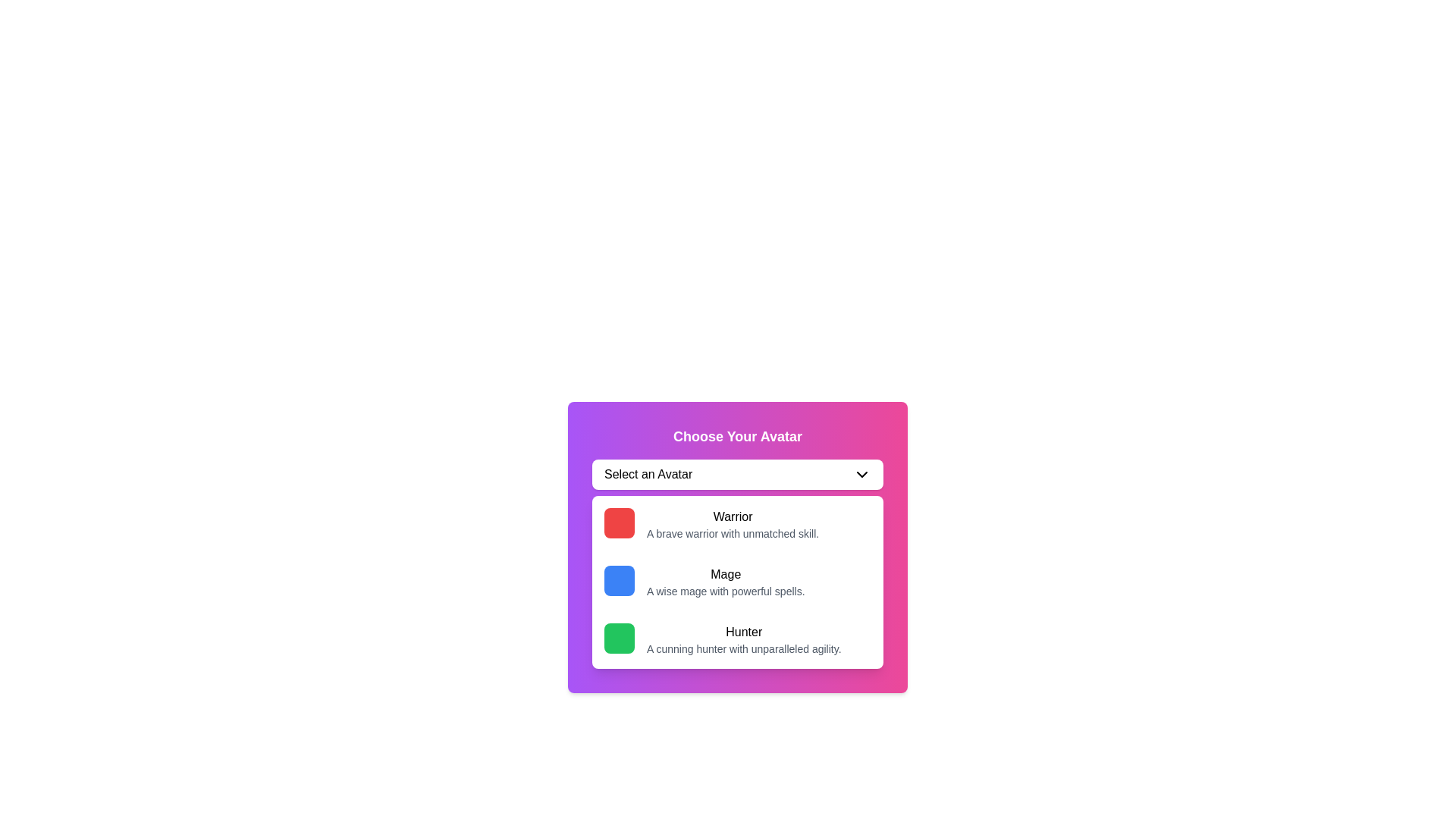  Describe the element at coordinates (738, 523) in the screenshot. I see `the first selectable list item for choosing the 'Warrior' avatar, located below the 'Choose Your Avatar' dropdown` at that location.